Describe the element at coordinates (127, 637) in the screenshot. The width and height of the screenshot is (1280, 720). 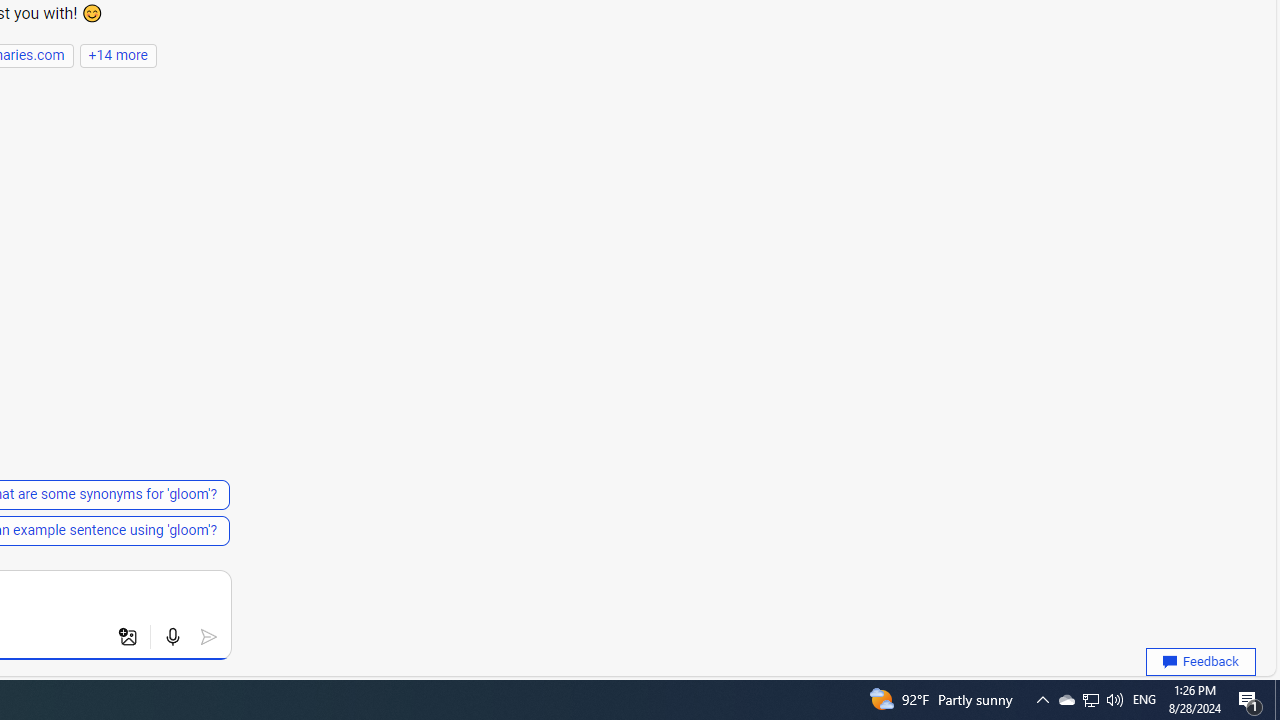
I see `'Add an image to search'` at that location.